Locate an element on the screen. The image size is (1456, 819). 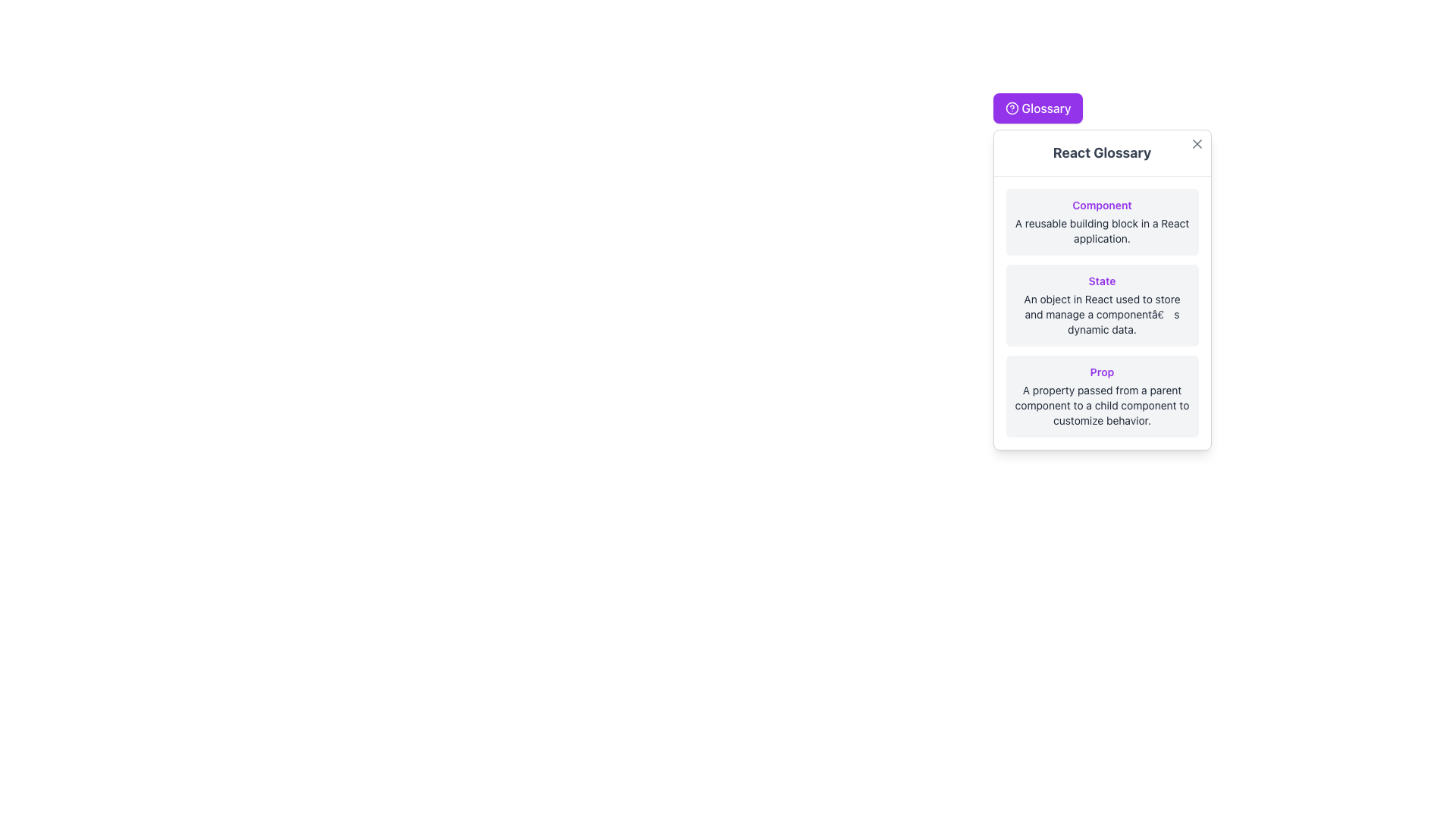
the Text Label that serves as the title of the glossary section, located directly below the purple button labeled 'Glossary' is located at coordinates (1102, 152).